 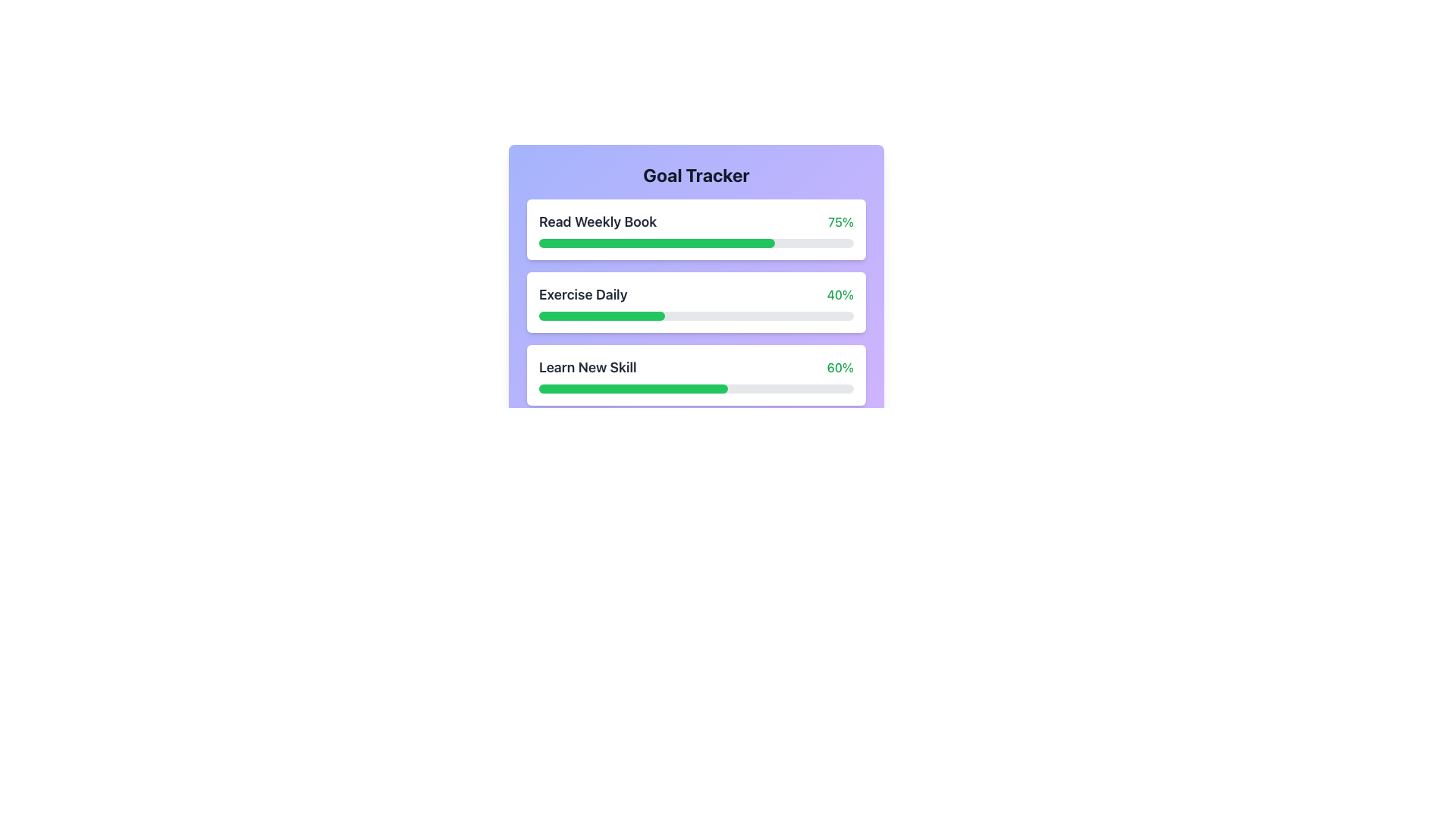 I want to click on the green horizontal progress bar representing 75% progress in the 'Read Weekly Book' tracker, so click(x=657, y=242).